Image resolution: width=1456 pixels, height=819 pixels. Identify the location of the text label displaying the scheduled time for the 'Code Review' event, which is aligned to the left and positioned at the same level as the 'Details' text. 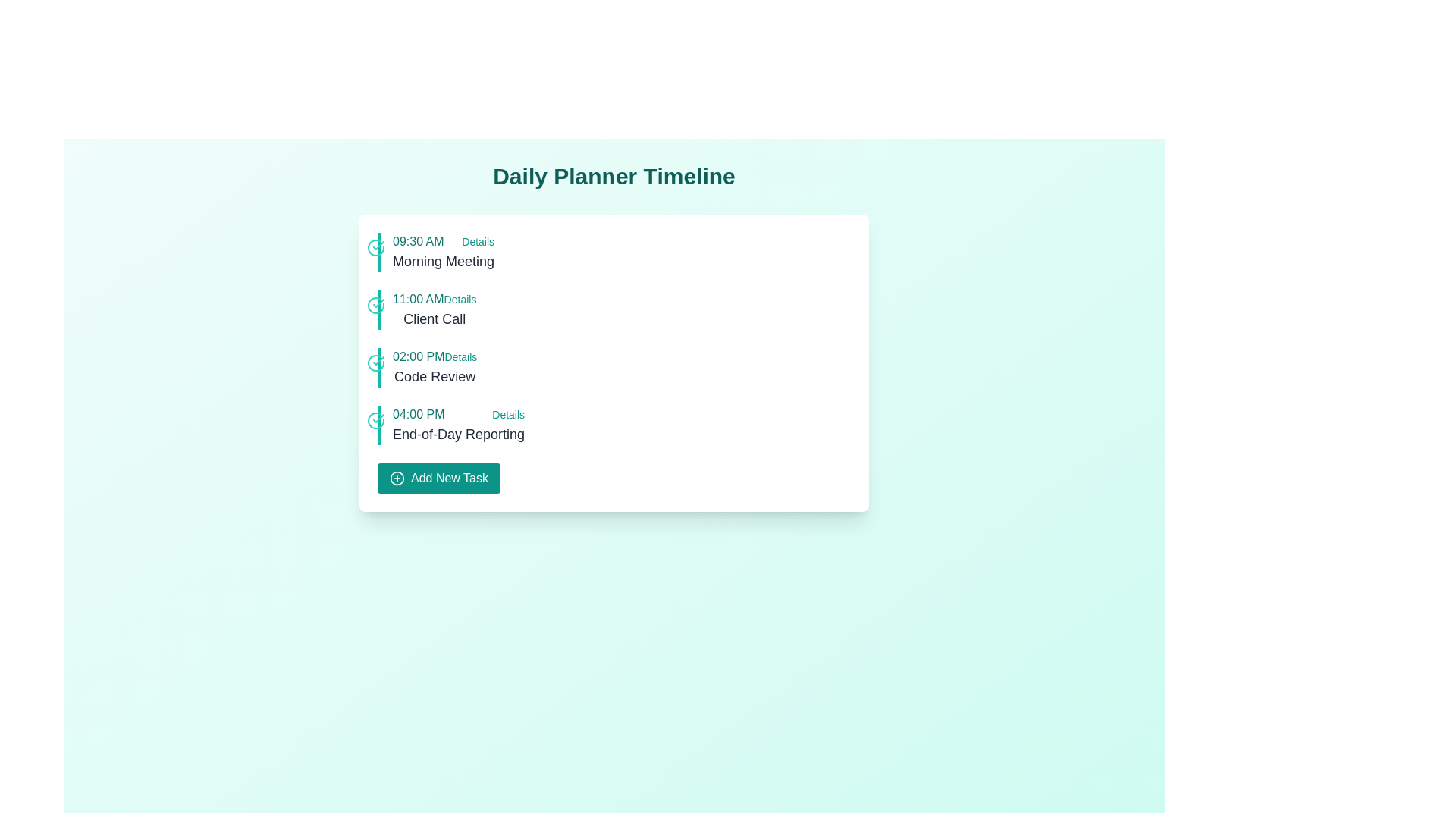
(419, 356).